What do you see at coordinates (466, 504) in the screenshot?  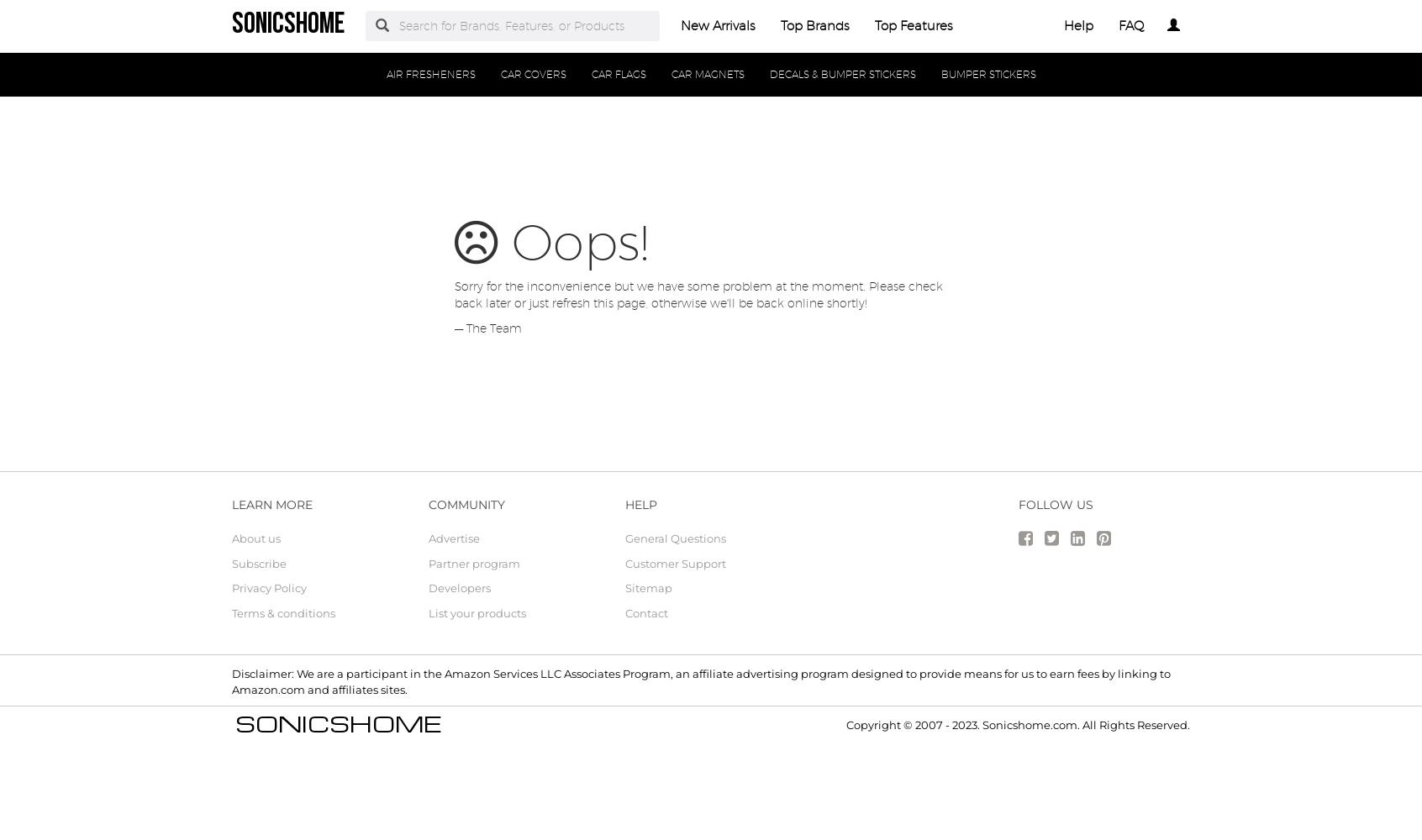 I see `'Community'` at bounding box center [466, 504].